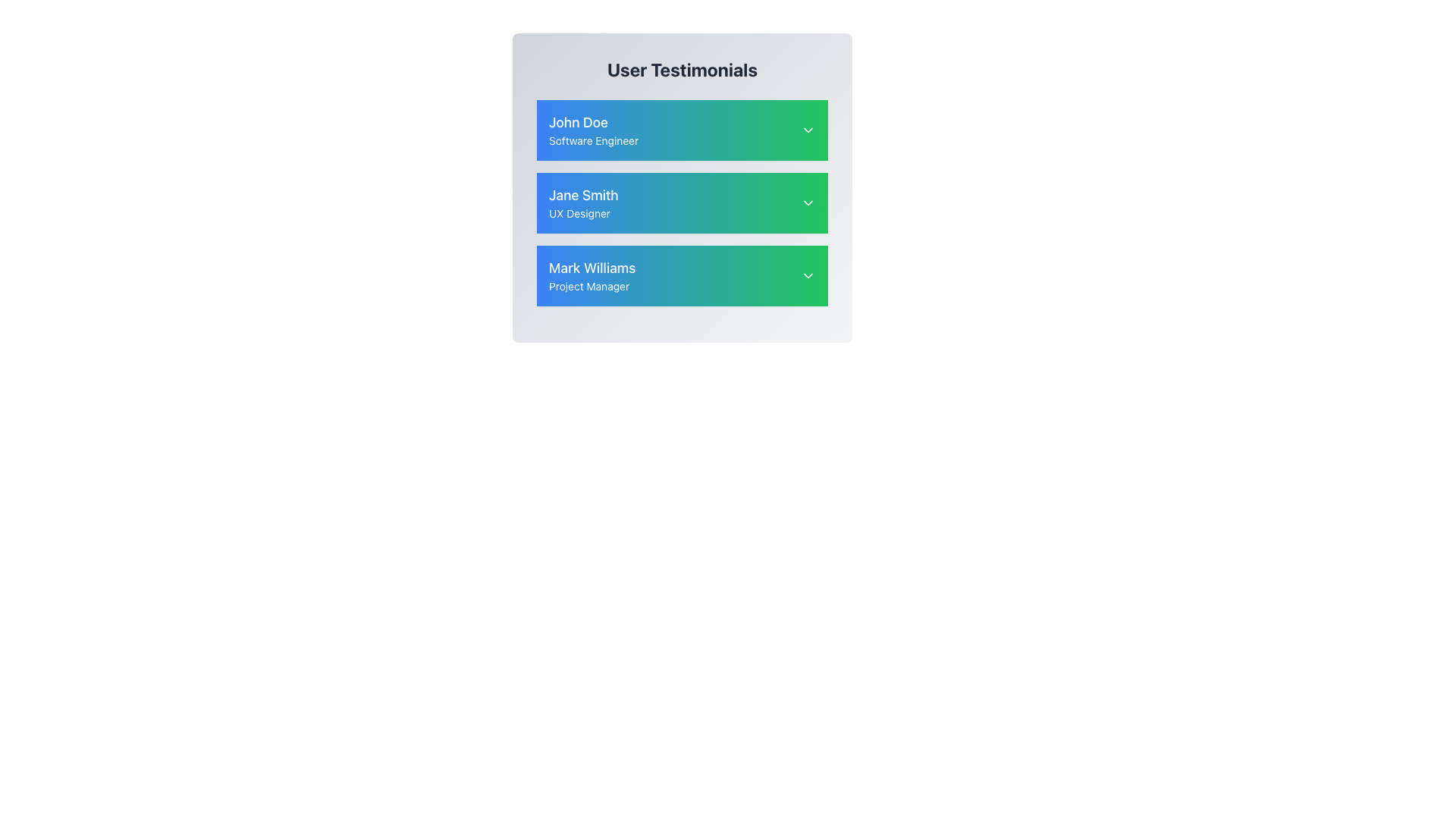 The width and height of the screenshot is (1456, 819). What do you see at coordinates (582, 195) in the screenshot?
I see `the text label representing the name of a person in the second card of the 'User Testimonials' section` at bounding box center [582, 195].